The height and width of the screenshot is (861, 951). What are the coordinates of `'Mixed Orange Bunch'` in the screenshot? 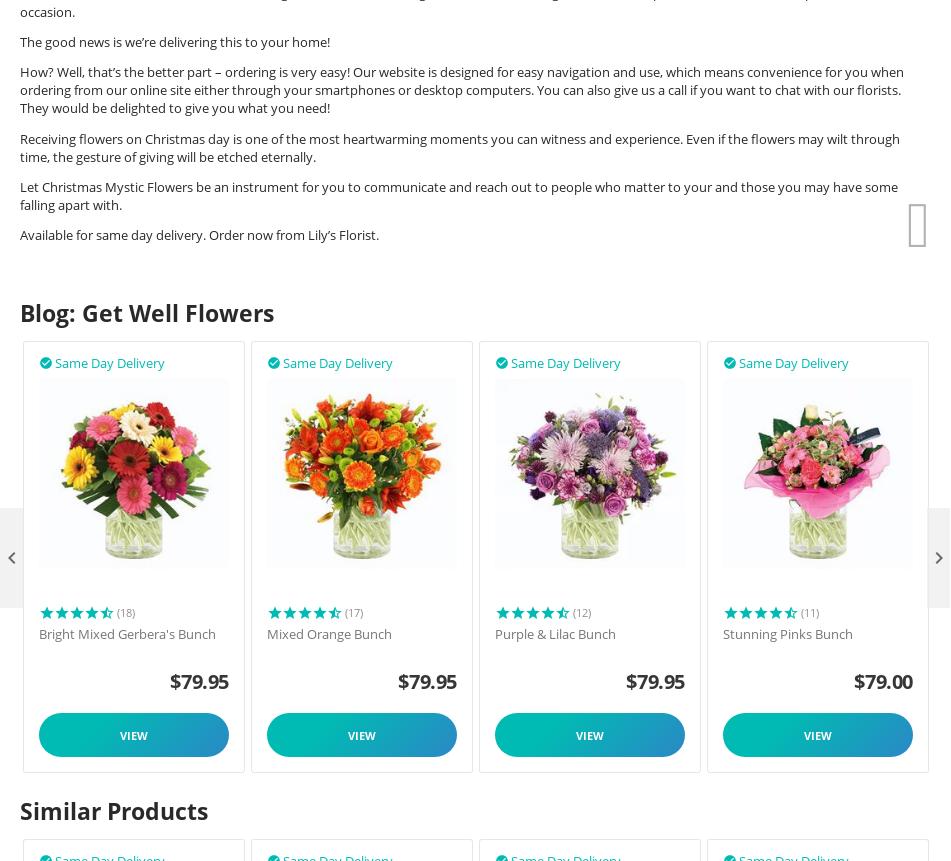 It's located at (329, 634).